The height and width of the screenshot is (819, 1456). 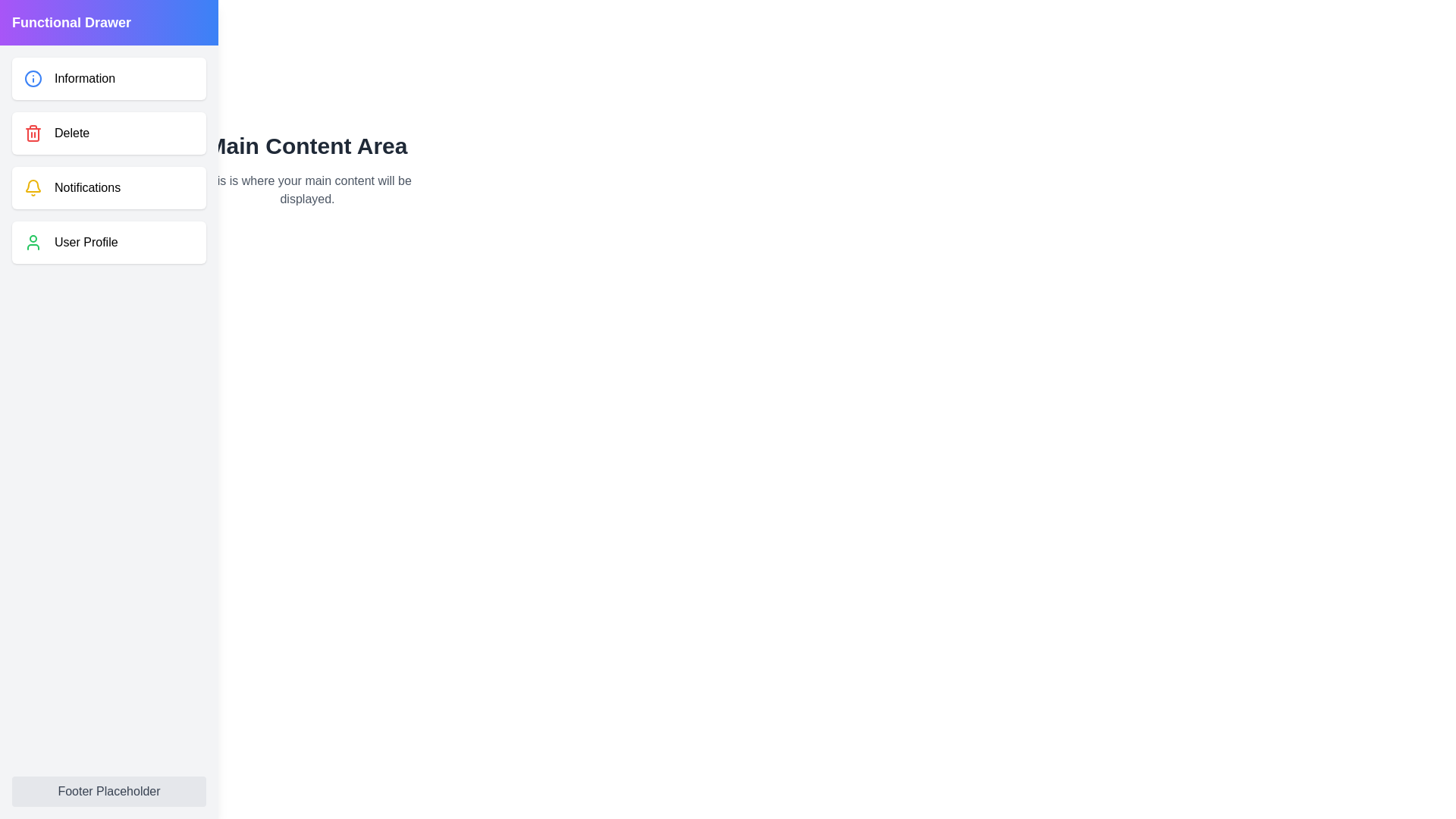 What do you see at coordinates (108, 791) in the screenshot?
I see `the footer section labeled 'Footer Placeholder' which has a light gray background and is located at the bottom of the left sidebar` at bounding box center [108, 791].